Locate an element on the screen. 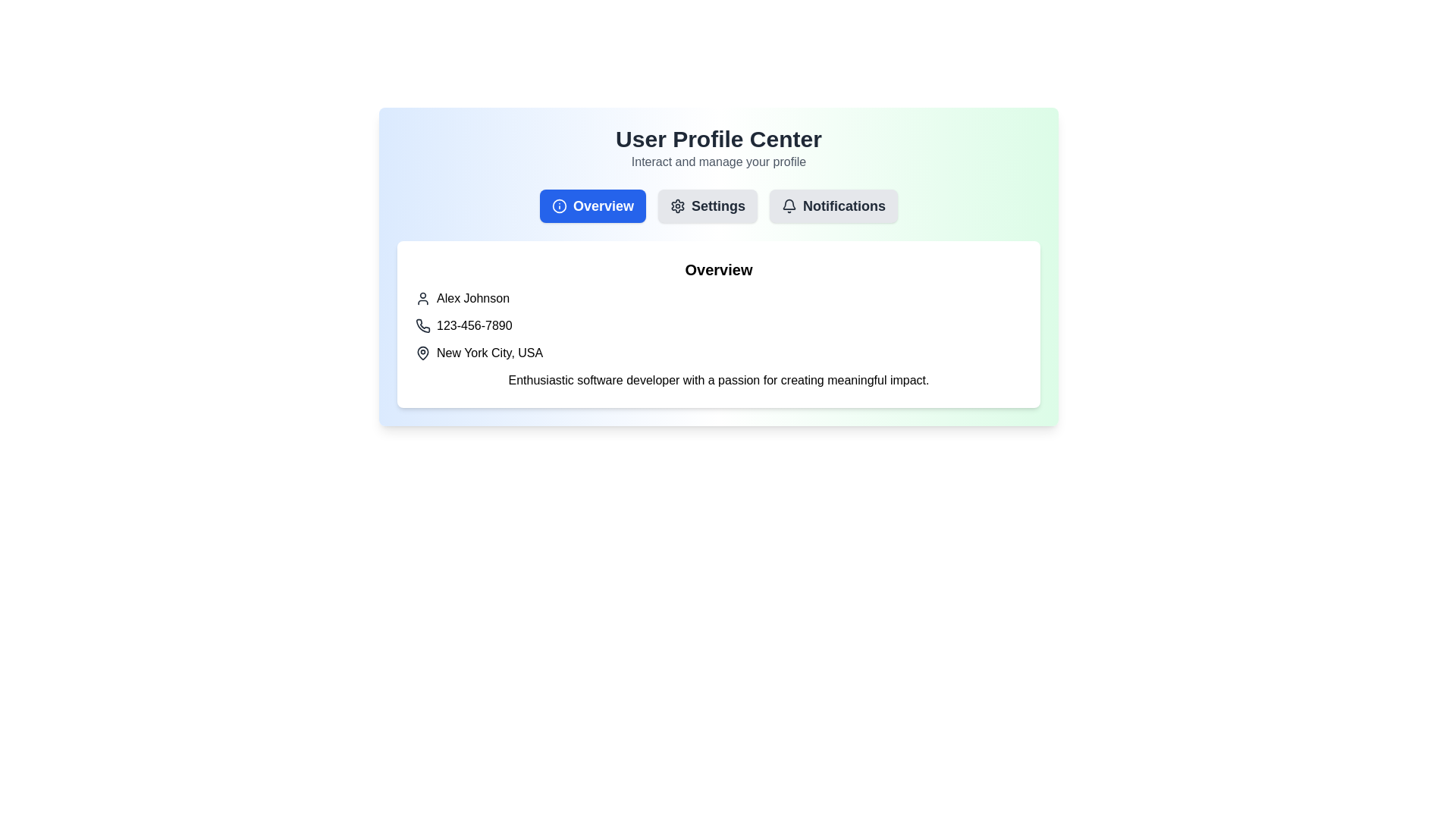 This screenshot has height=819, width=1456. the 'Settings' text-based navigation link, which is the second option in the menu row, positioned to the right of the gear icon is located at coordinates (717, 206).